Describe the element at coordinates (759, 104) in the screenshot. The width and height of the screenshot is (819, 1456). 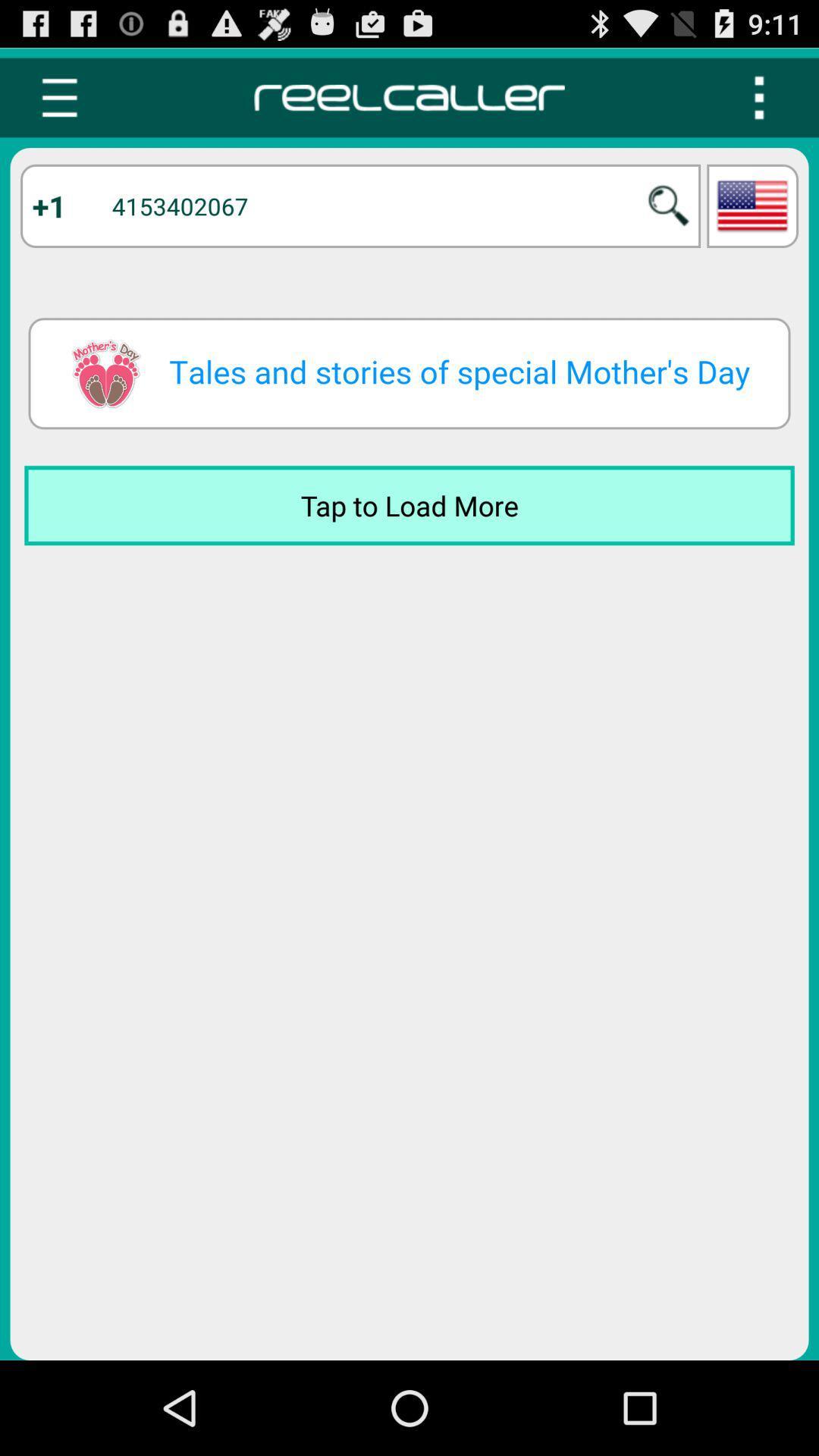
I see `the more icon` at that location.